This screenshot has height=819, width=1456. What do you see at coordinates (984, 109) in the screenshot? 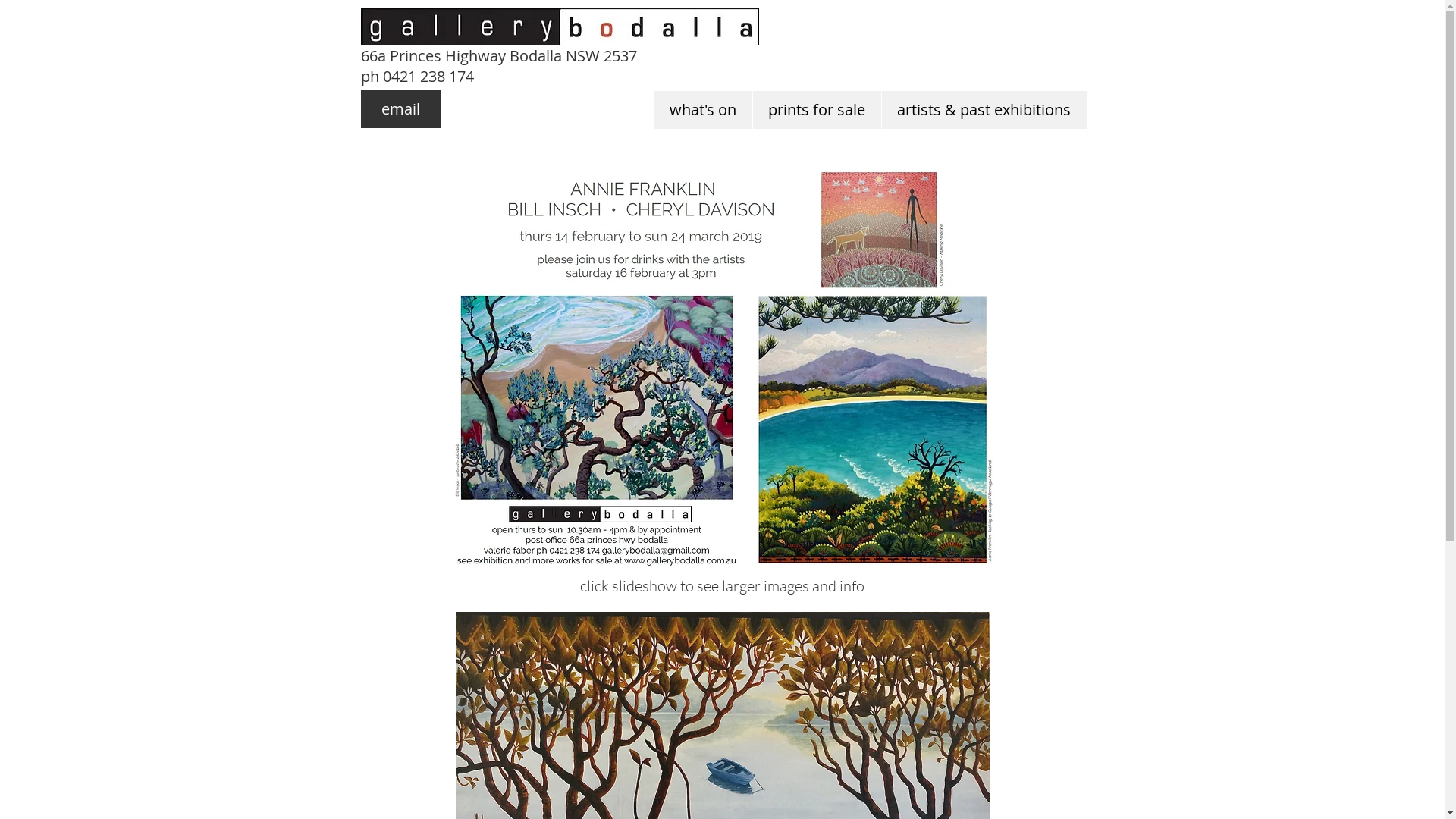
I see `'artists & past exhibitions'` at bounding box center [984, 109].